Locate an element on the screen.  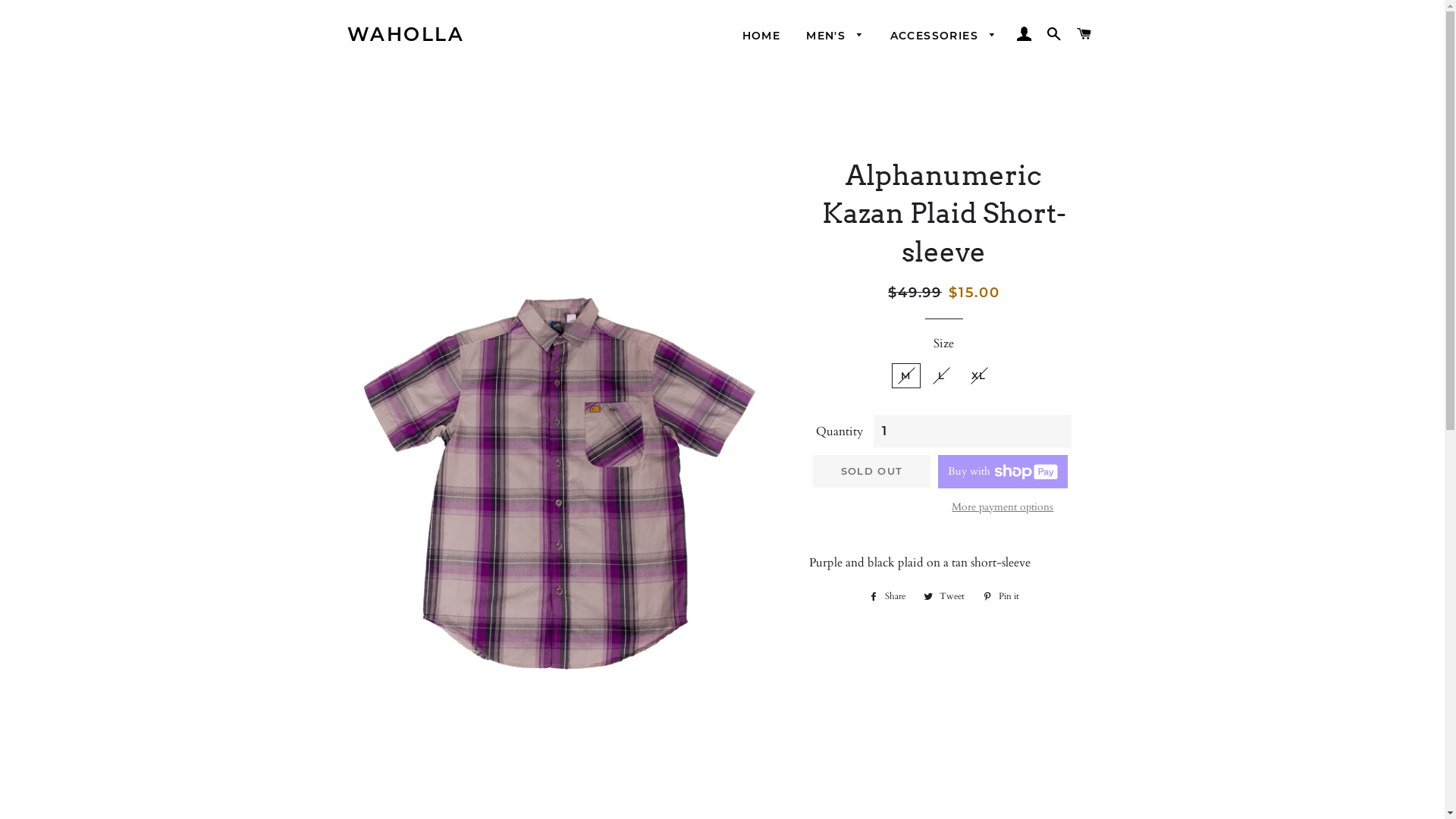
'WAHOLLA' is located at coordinates (406, 34).